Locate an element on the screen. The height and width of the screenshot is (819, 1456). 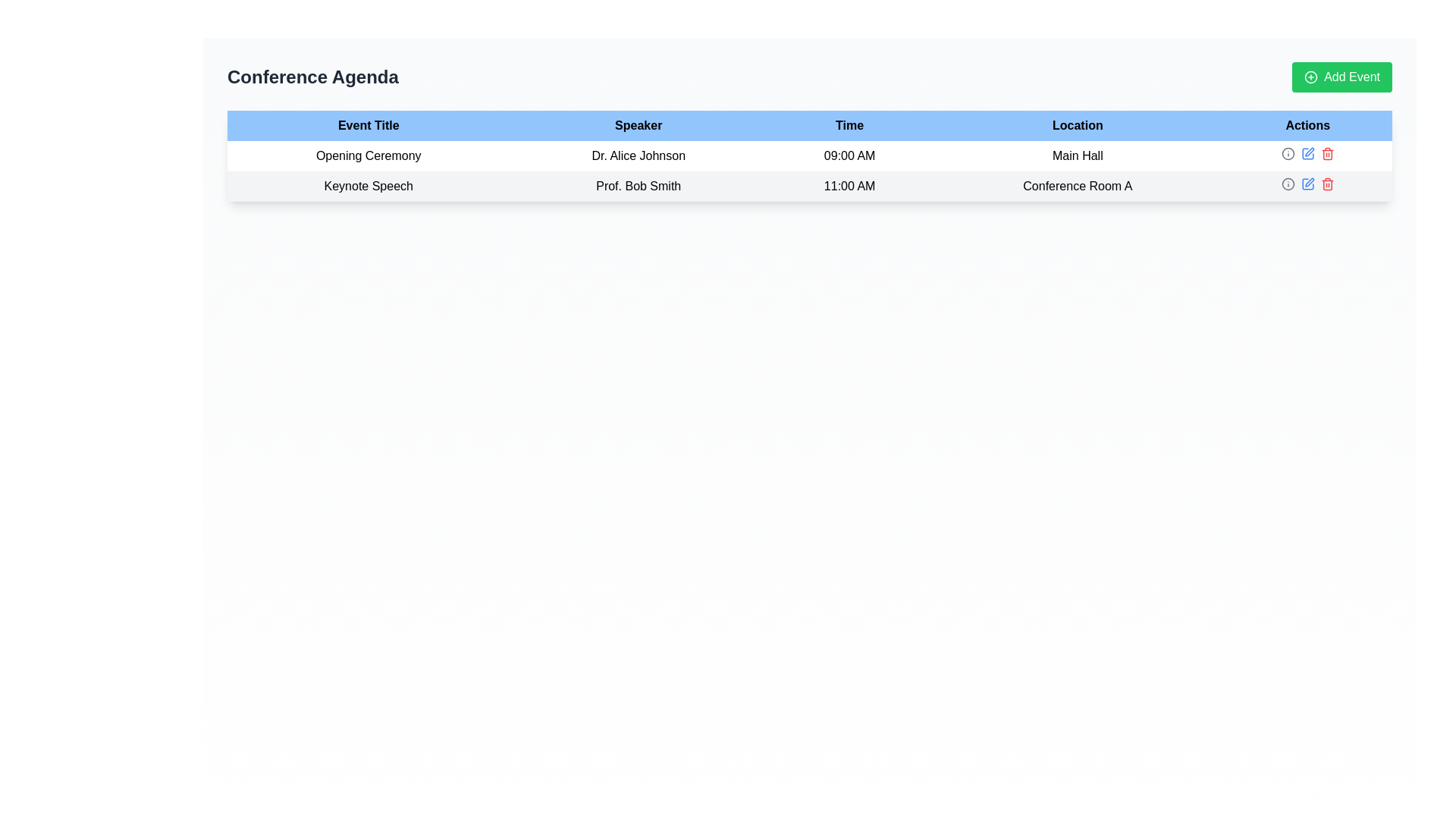
text of the first column header cell in the table, which indicates the titles of events is located at coordinates (369, 124).